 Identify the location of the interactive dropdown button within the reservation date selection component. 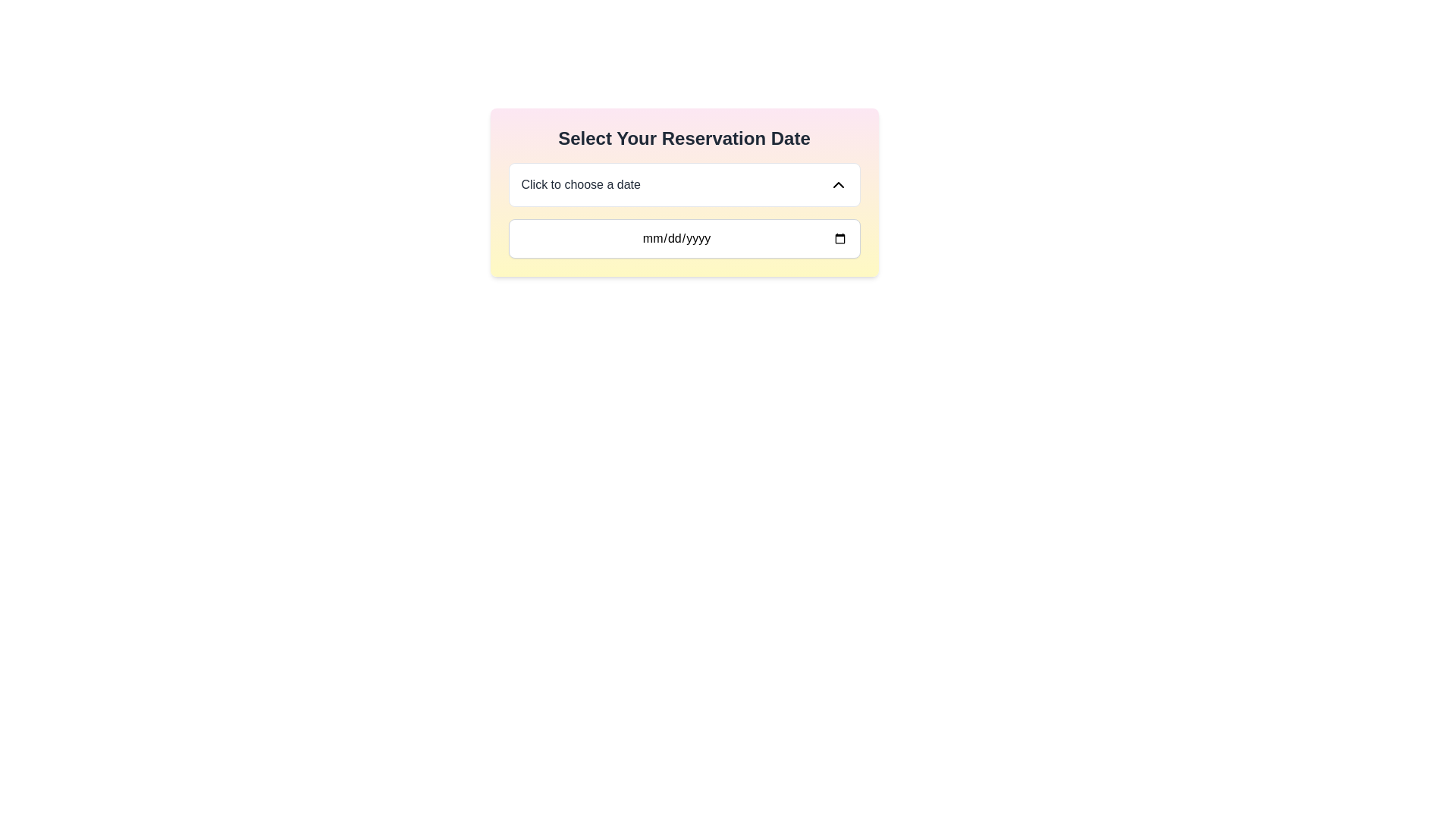
(683, 192).